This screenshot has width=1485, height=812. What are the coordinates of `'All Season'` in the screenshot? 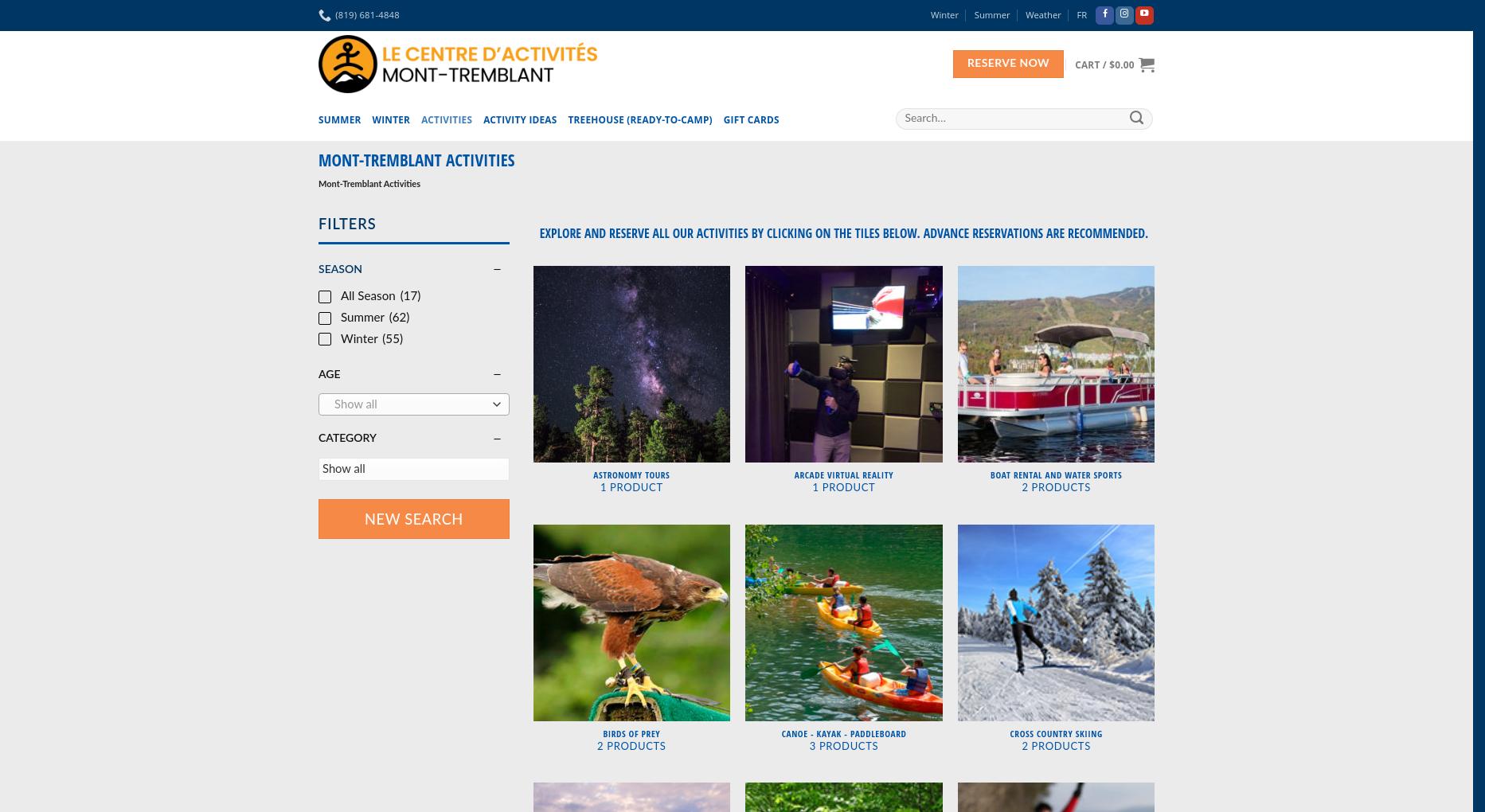 It's located at (366, 295).